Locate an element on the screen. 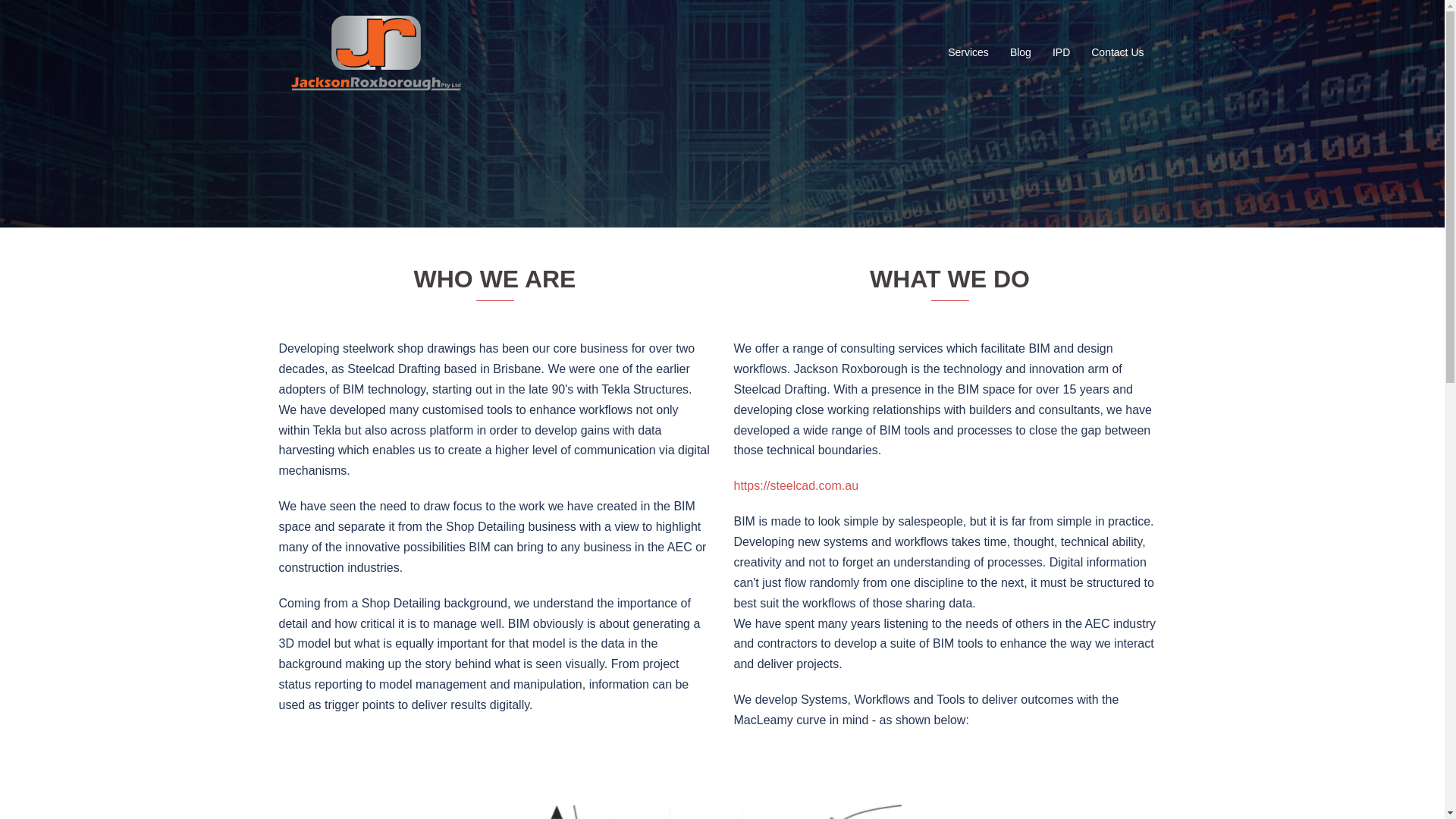 Image resolution: width=1456 pixels, height=819 pixels. 'Contact Us' is located at coordinates (1117, 52).